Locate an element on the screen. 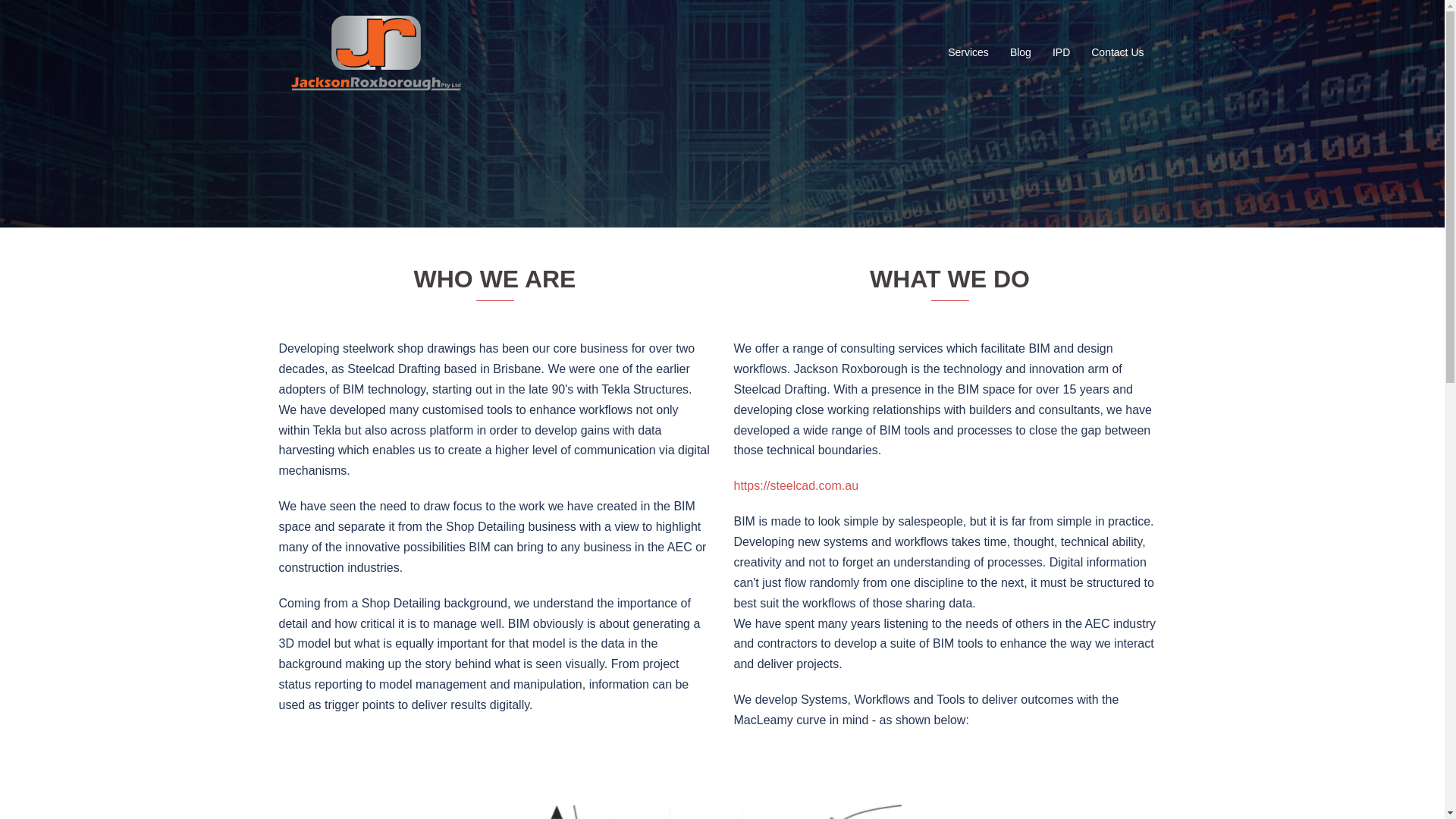 Image resolution: width=1456 pixels, height=819 pixels. 'Contact Us' is located at coordinates (1117, 52).